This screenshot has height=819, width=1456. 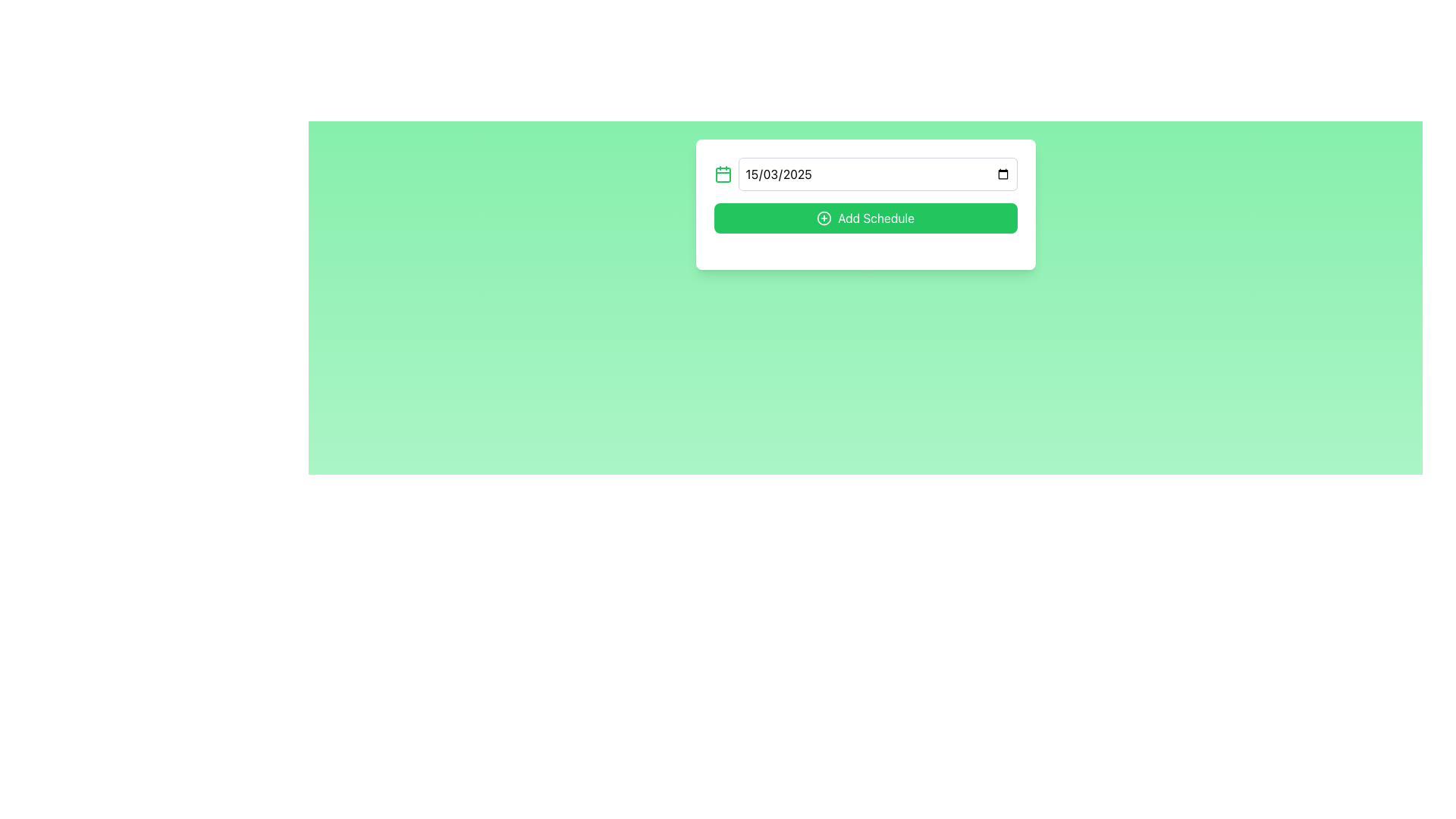 I want to click on the graphical component of the calendar icon located on the left side of the white input box near the upper left corner of the green and white interface, so click(x=722, y=174).